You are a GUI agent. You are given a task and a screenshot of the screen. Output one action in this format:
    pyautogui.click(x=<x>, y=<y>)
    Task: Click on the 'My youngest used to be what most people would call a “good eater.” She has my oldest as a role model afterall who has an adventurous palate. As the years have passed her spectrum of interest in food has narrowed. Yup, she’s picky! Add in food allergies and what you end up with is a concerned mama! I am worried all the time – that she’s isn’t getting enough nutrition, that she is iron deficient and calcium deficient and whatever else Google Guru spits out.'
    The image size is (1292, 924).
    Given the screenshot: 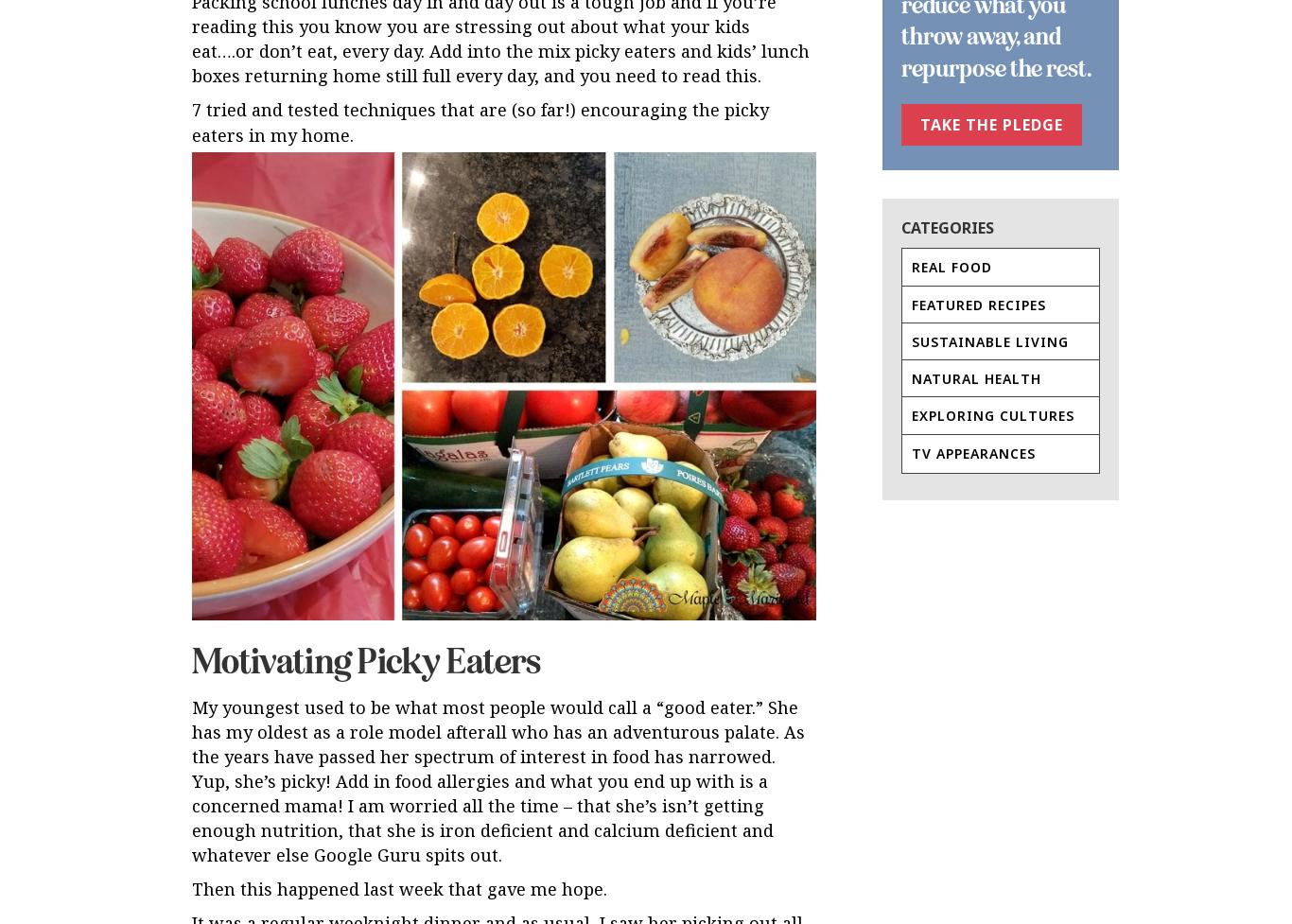 What is the action you would take?
    pyautogui.click(x=498, y=779)
    